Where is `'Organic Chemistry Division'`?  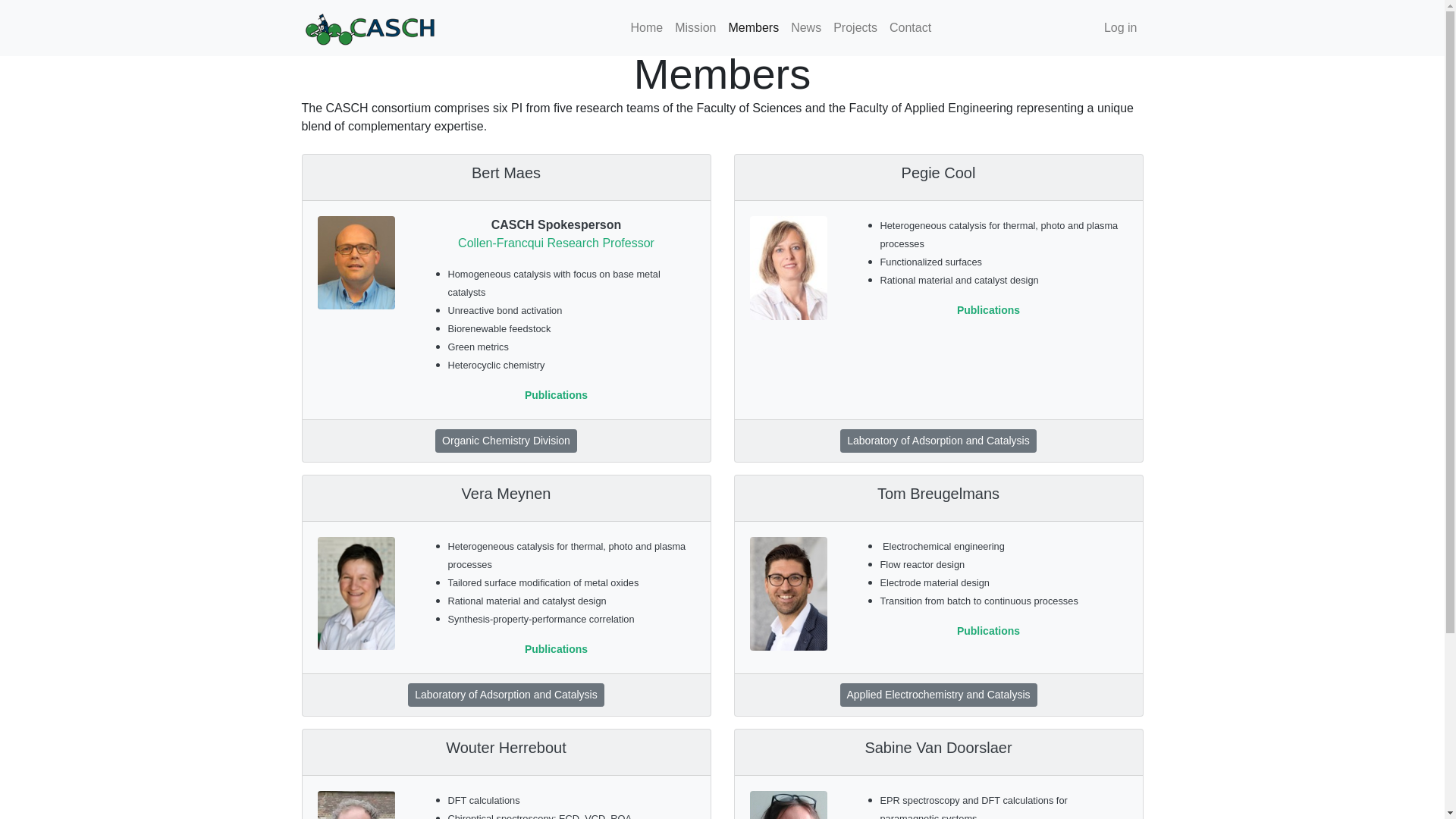
'Organic Chemistry Division' is located at coordinates (506, 441).